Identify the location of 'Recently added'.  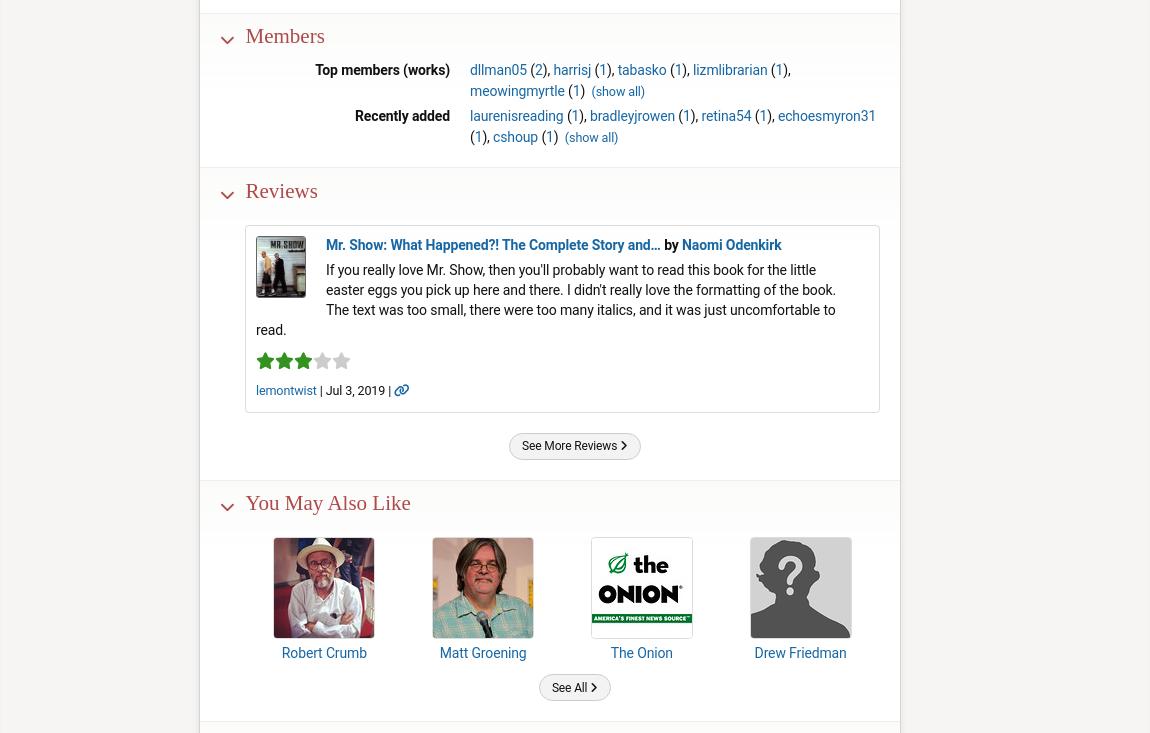
(402, 116).